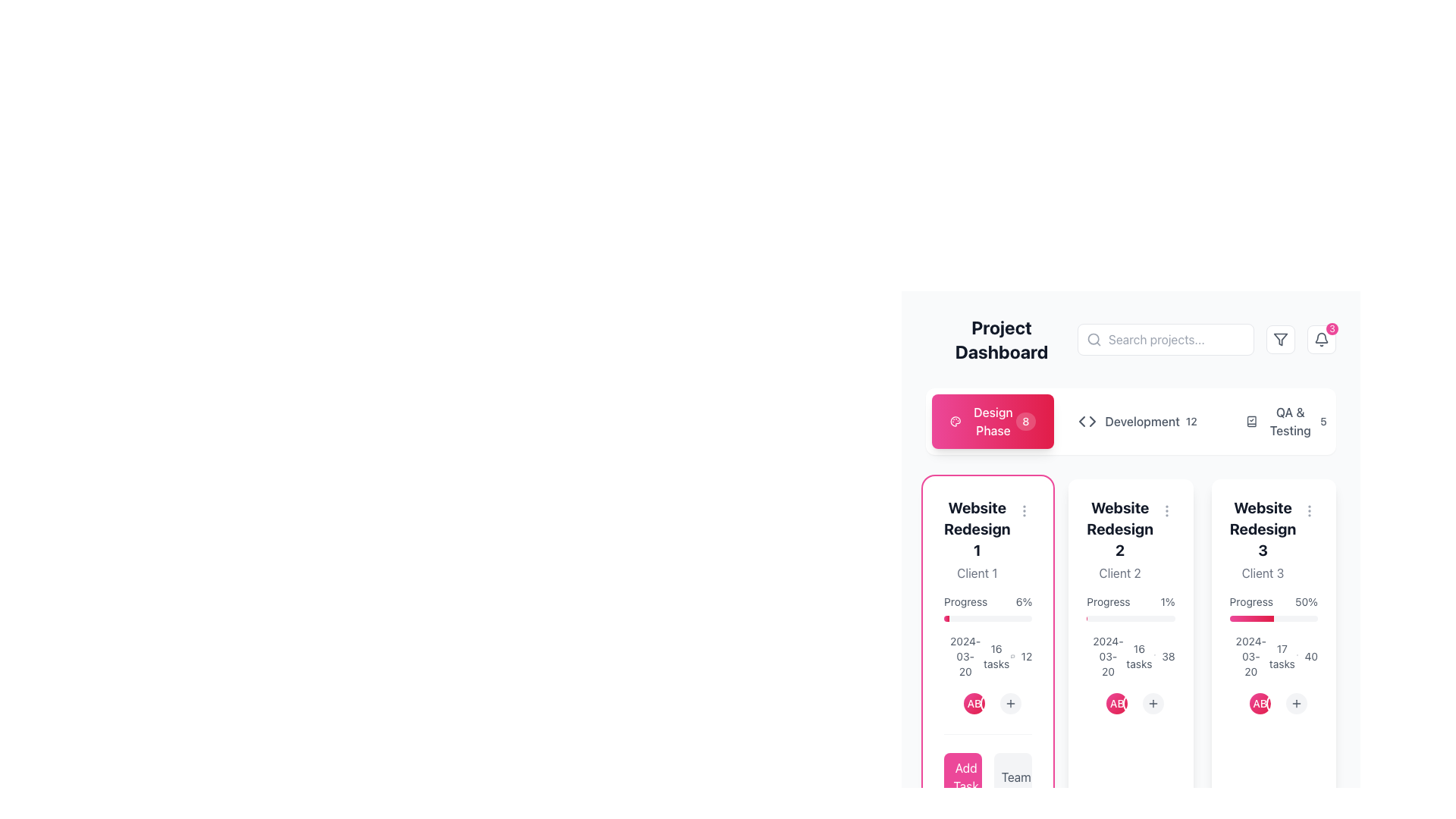 The height and width of the screenshot is (819, 1456). I want to click on the text display titled 'Website Redesign 2' in the 'Design Phase' section, which is located between the cards for 'Website Redesign 1' and 'Website Redesign 3', so click(1131, 539).